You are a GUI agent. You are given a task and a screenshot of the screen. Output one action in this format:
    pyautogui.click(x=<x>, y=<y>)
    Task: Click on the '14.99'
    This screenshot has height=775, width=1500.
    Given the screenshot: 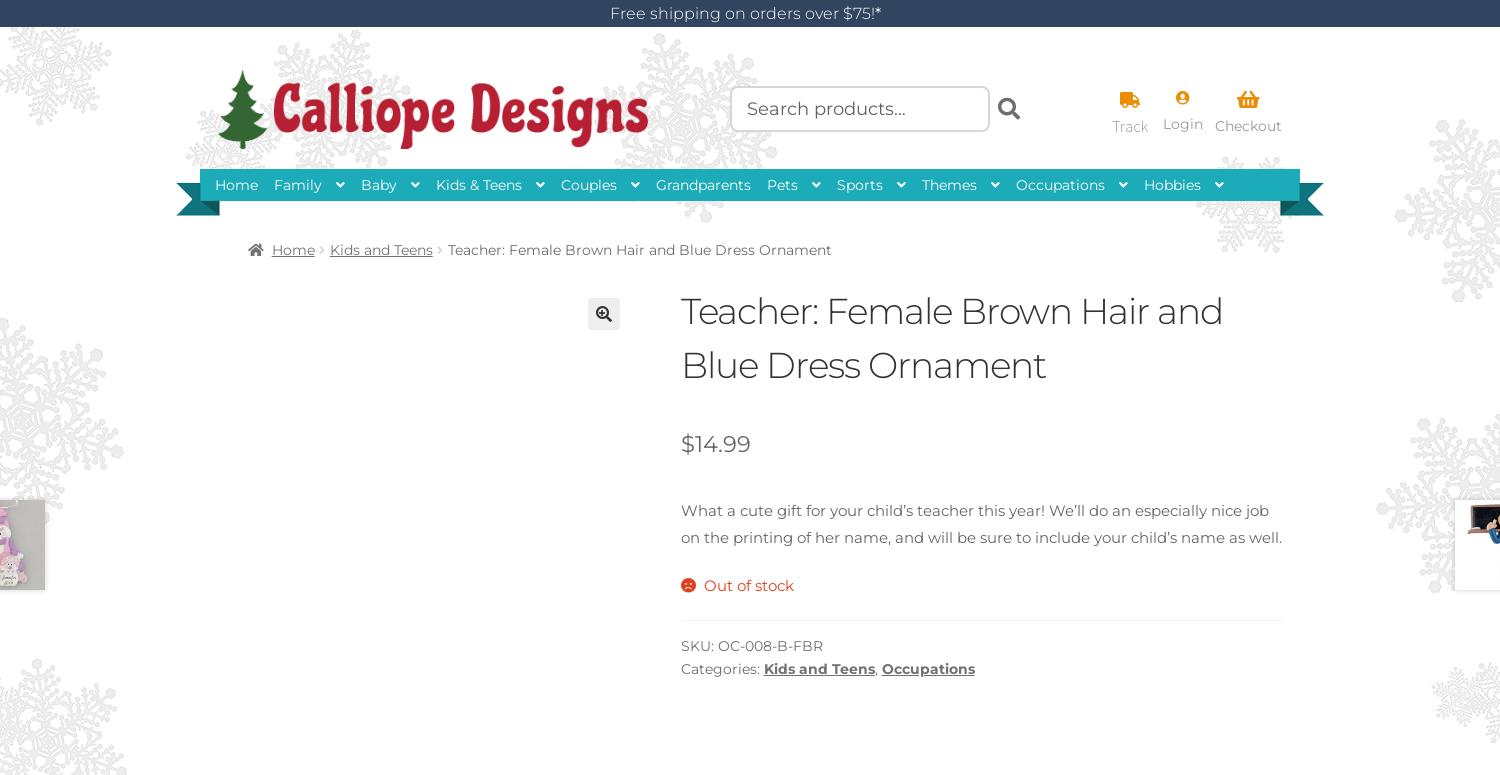 What is the action you would take?
    pyautogui.click(x=720, y=443)
    